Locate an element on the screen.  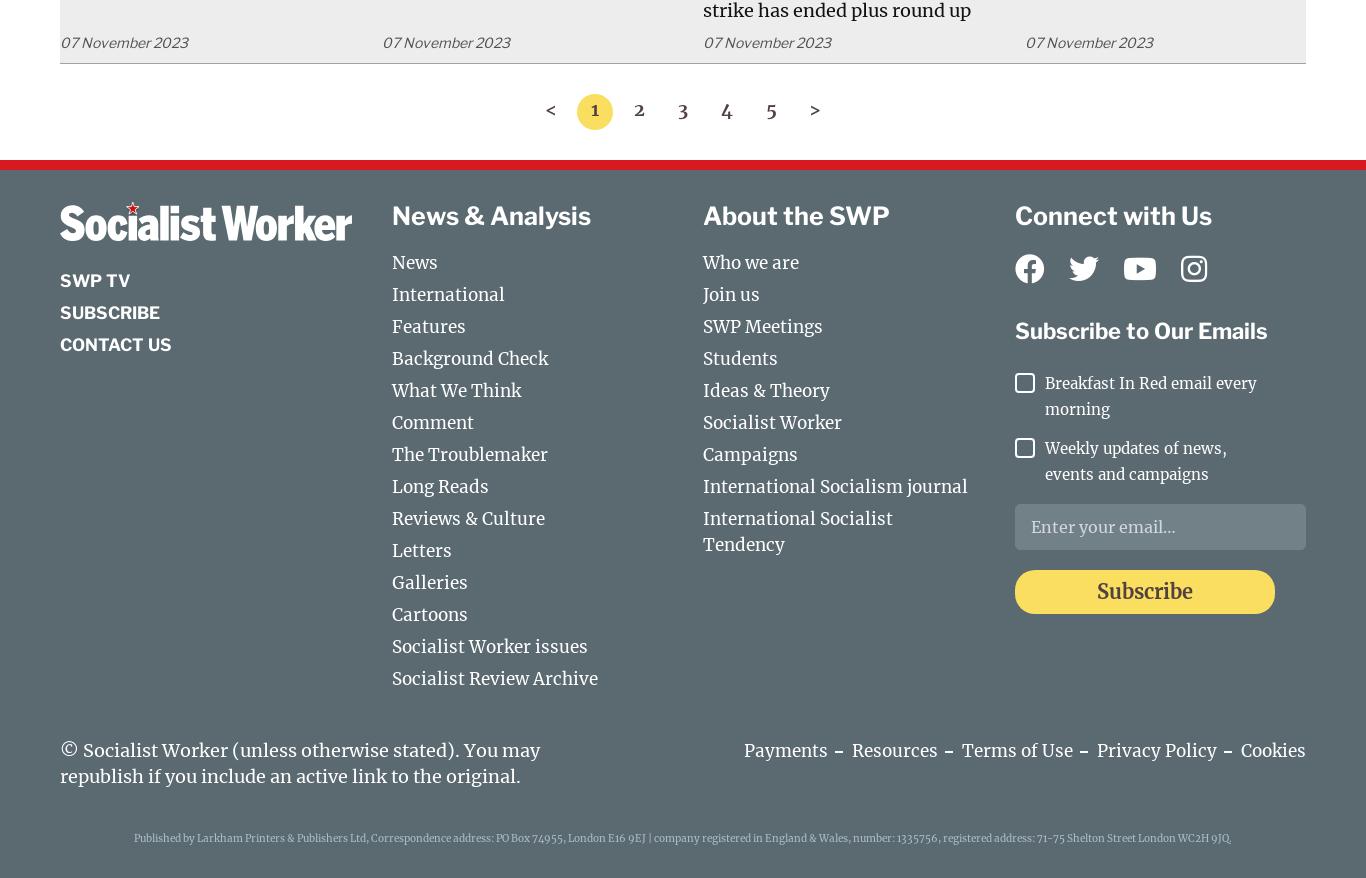
'News' is located at coordinates (413, 261).